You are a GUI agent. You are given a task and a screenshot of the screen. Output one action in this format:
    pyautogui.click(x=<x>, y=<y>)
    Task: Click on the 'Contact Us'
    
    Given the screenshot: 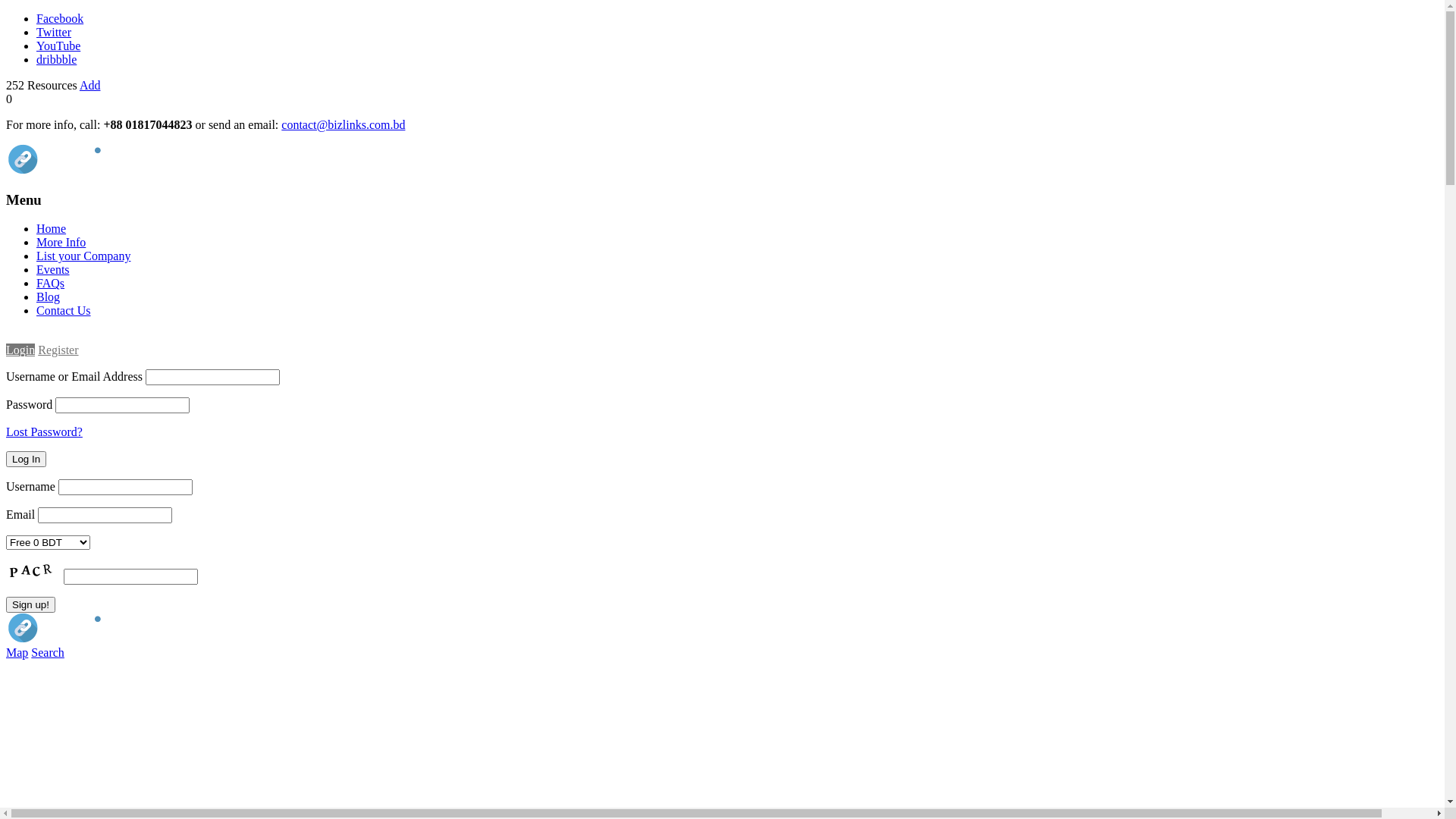 What is the action you would take?
    pyautogui.click(x=62, y=309)
    